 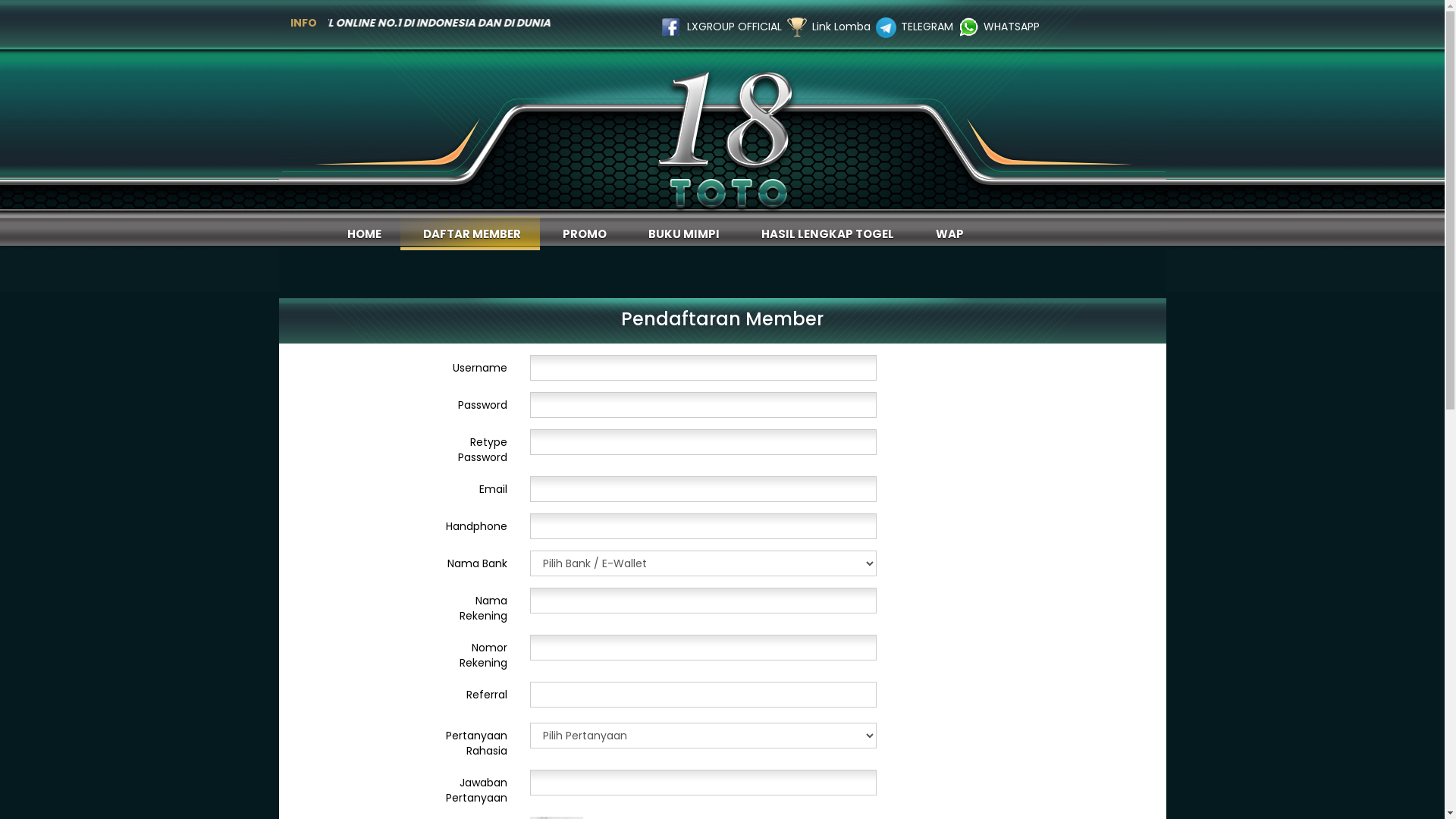 What do you see at coordinates (582, 233) in the screenshot?
I see `'PROMO'` at bounding box center [582, 233].